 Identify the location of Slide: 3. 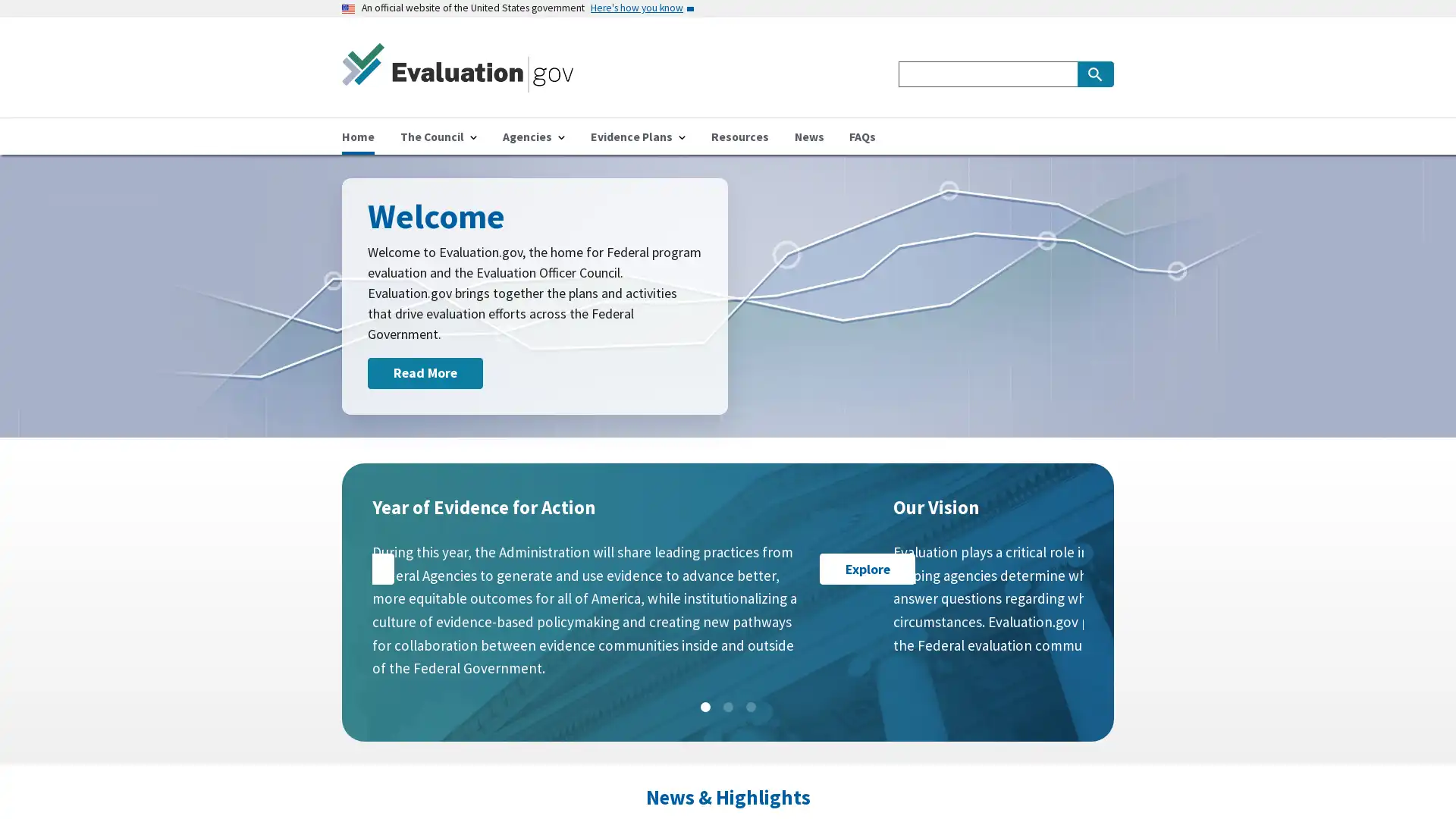
(750, 684).